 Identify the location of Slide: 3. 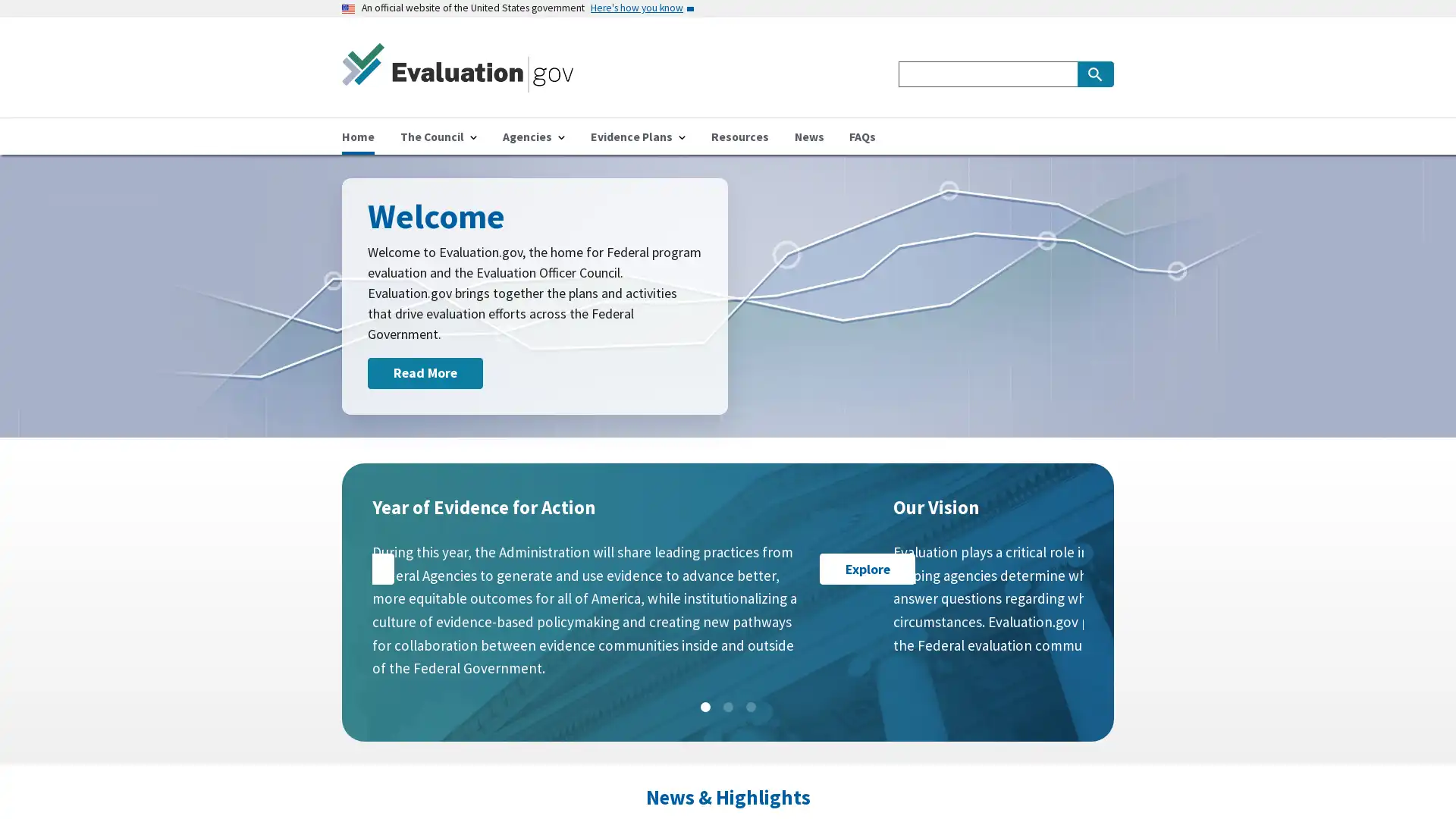
(750, 684).